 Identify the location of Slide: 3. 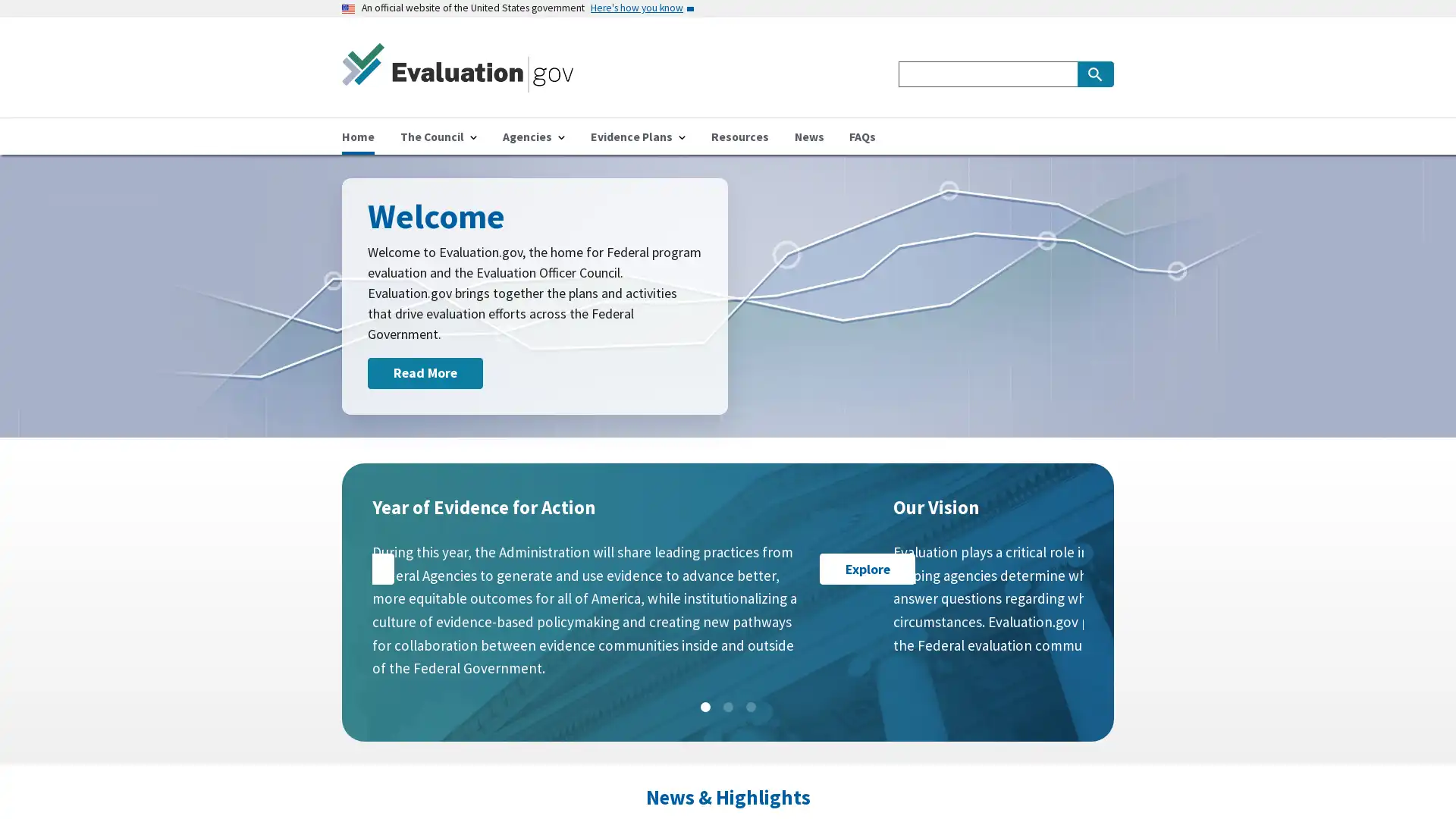
(750, 684).